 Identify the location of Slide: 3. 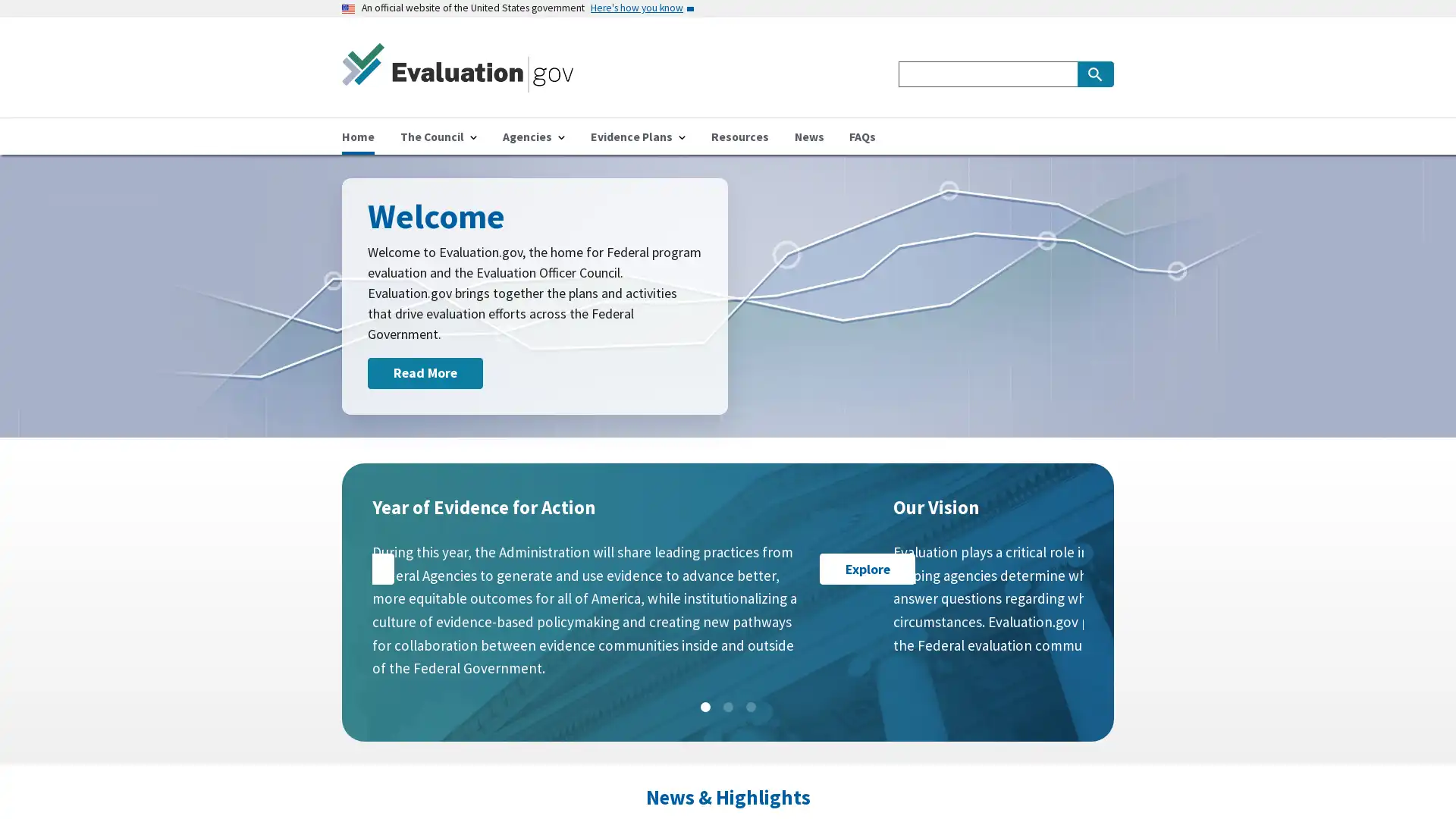
(750, 684).